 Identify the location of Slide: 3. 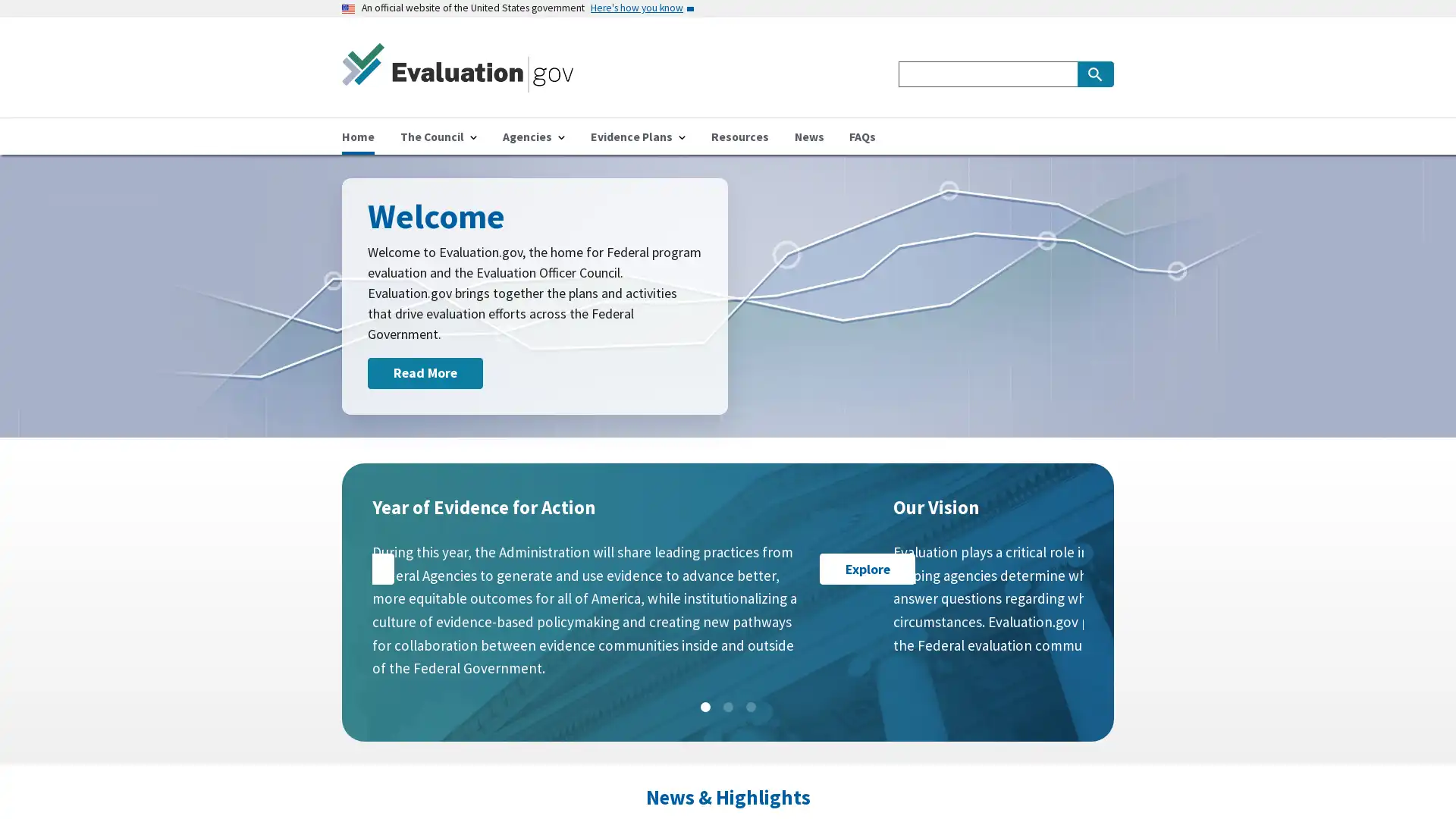
(750, 684).